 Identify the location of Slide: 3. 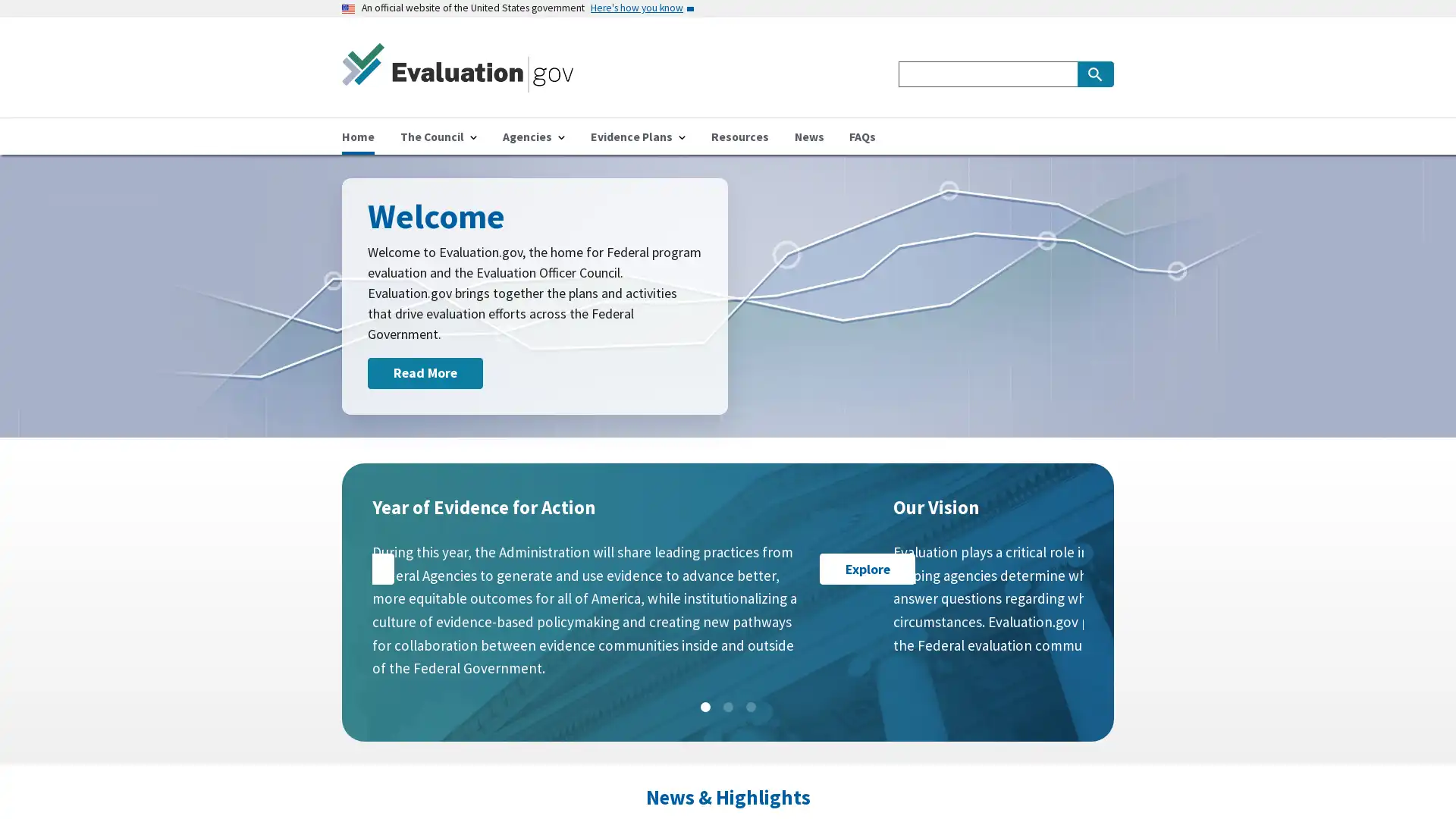
(750, 684).